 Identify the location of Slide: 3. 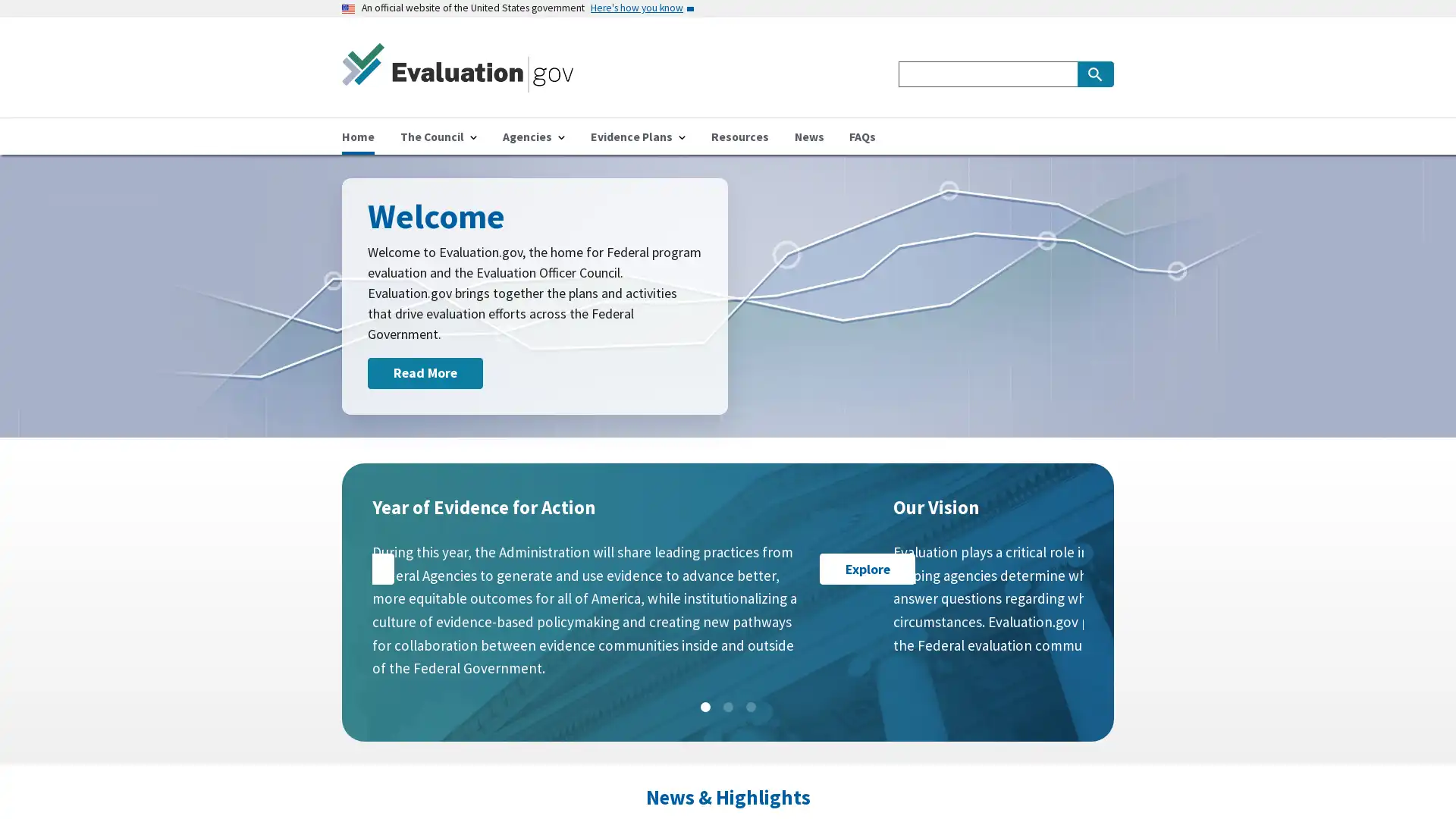
(750, 684).